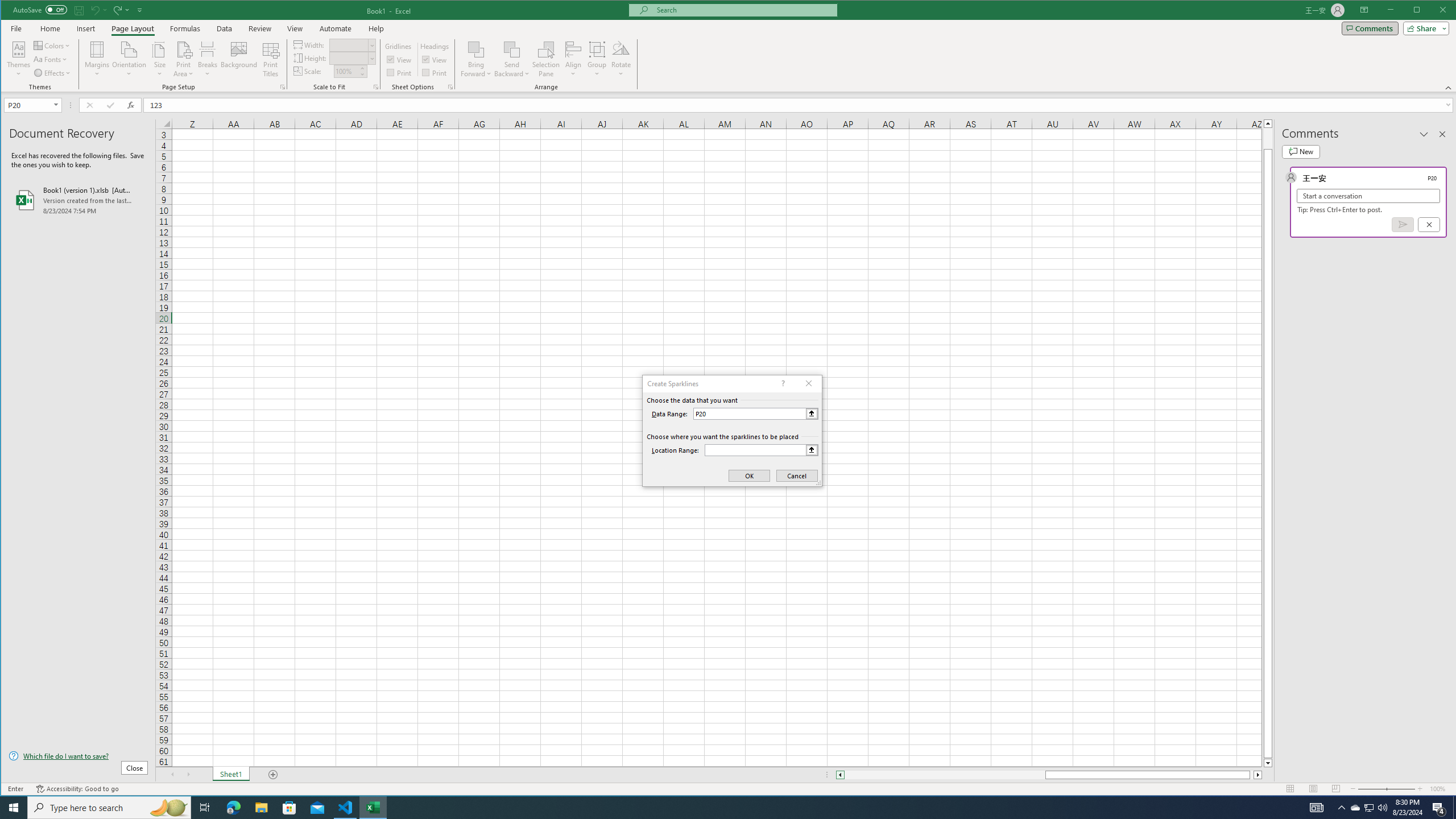 The width and height of the screenshot is (1456, 819). Describe the element at coordinates (294, 28) in the screenshot. I see `'View'` at that location.